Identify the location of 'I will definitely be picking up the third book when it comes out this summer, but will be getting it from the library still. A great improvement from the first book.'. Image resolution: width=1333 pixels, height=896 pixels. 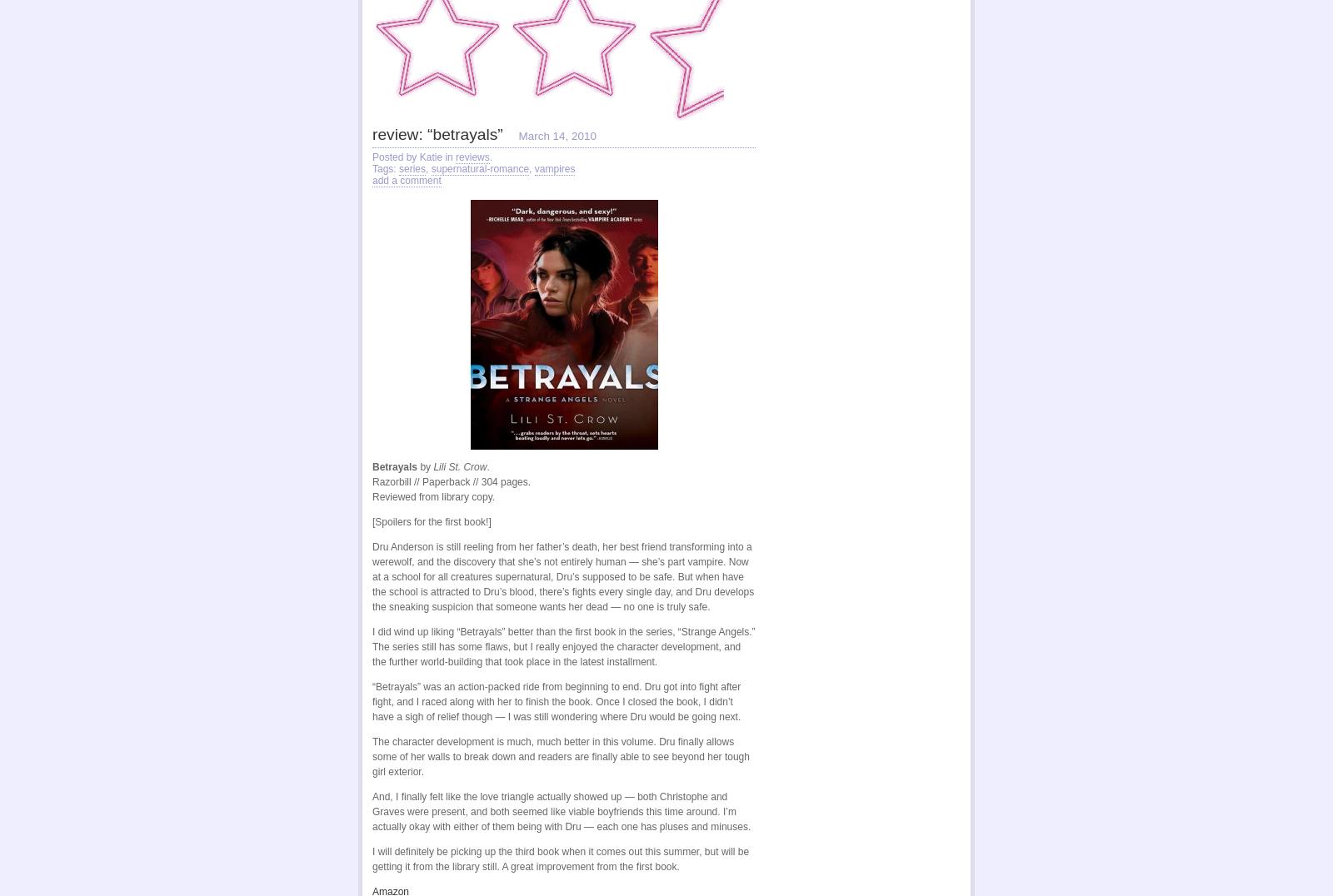
(372, 858).